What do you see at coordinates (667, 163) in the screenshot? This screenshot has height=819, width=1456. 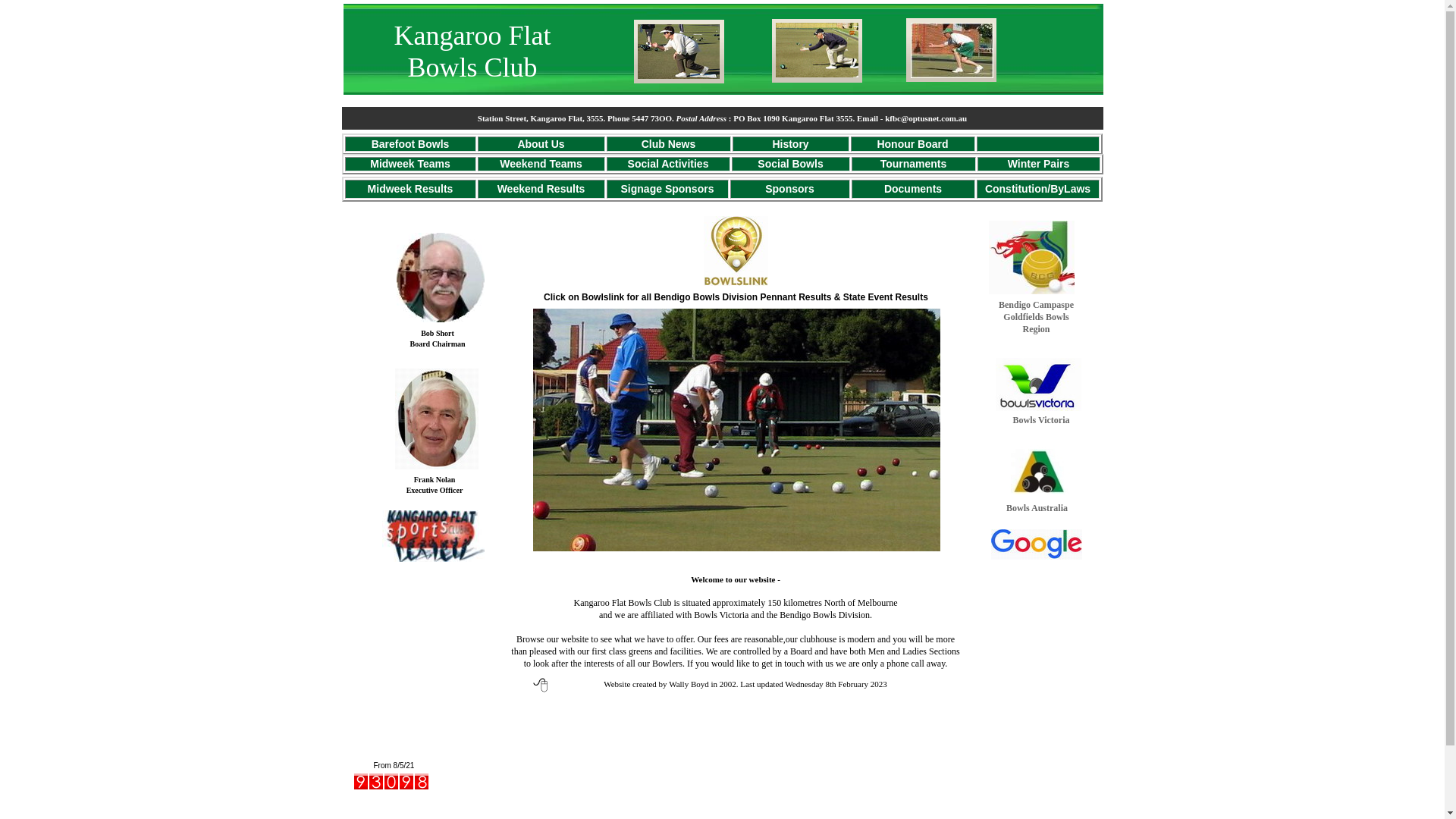 I see `'Social Activities'` at bounding box center [667, 163].